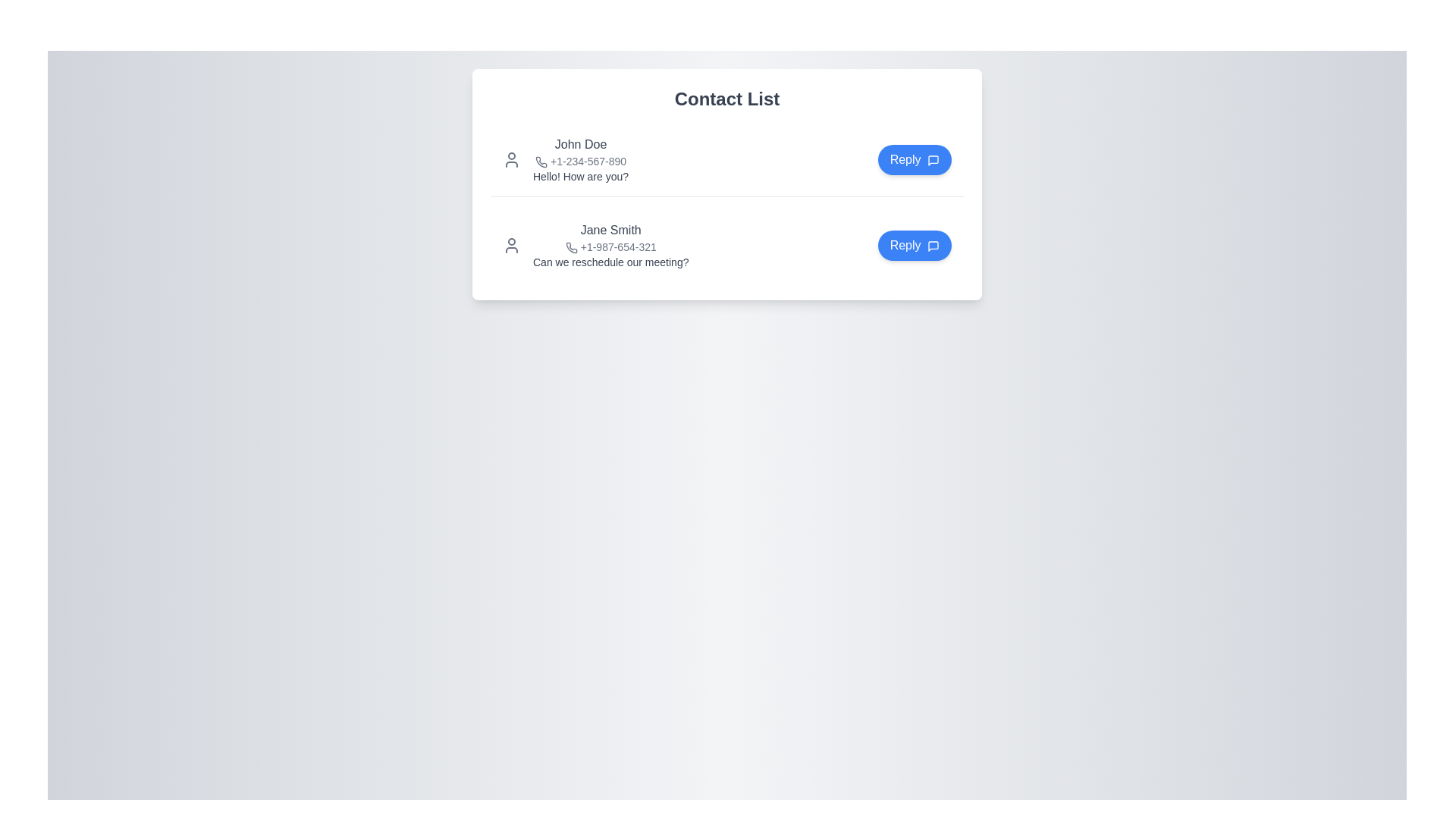 The image size is (1456, 819). I want to click on the phone number '+1-234-567-890' displayed in small gray font next to the phone icon on the contact card for 'John Doe', so click(580, 161).